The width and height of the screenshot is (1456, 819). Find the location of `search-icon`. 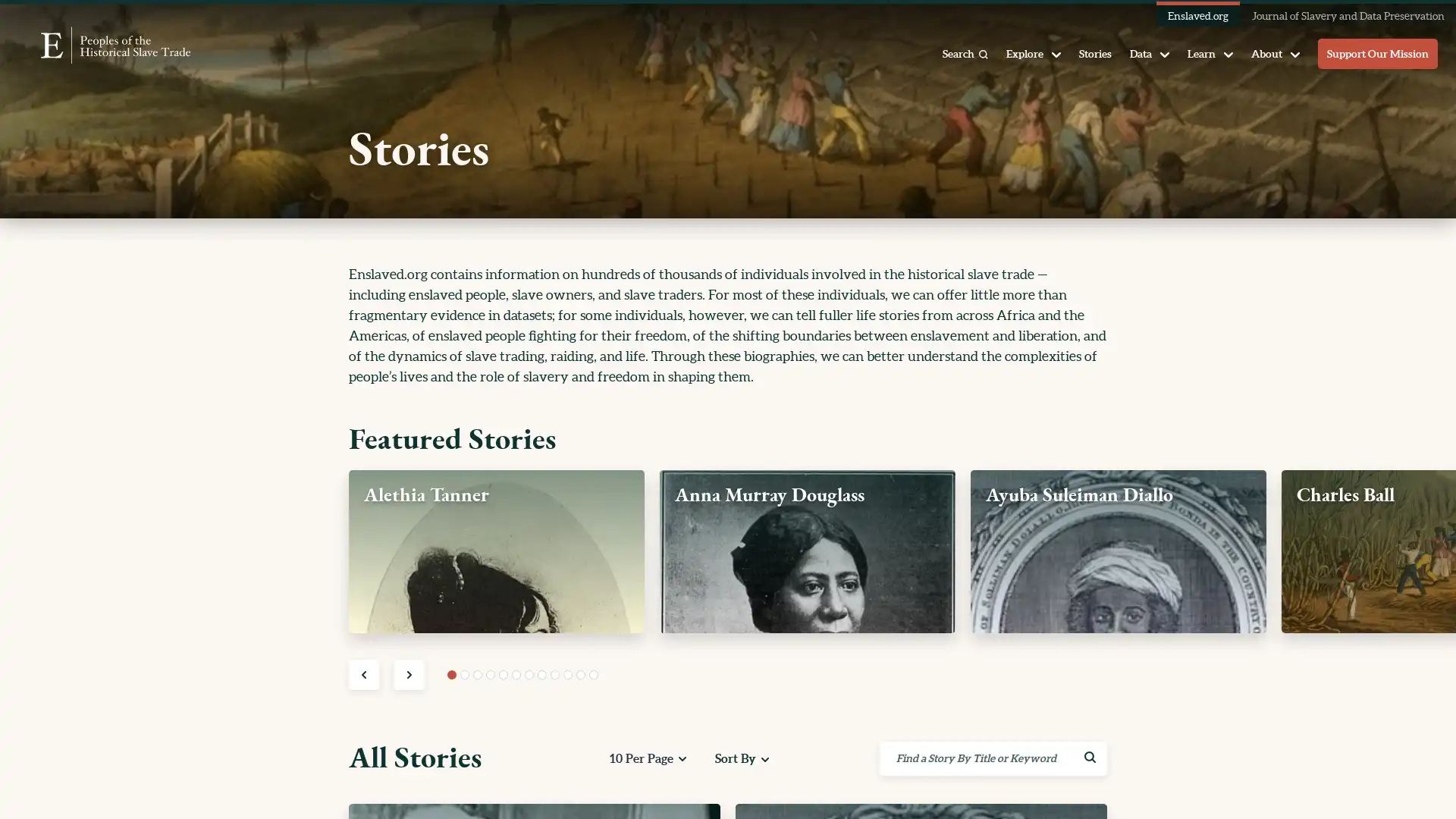

search-icon is located at coordinates (1089, 758).